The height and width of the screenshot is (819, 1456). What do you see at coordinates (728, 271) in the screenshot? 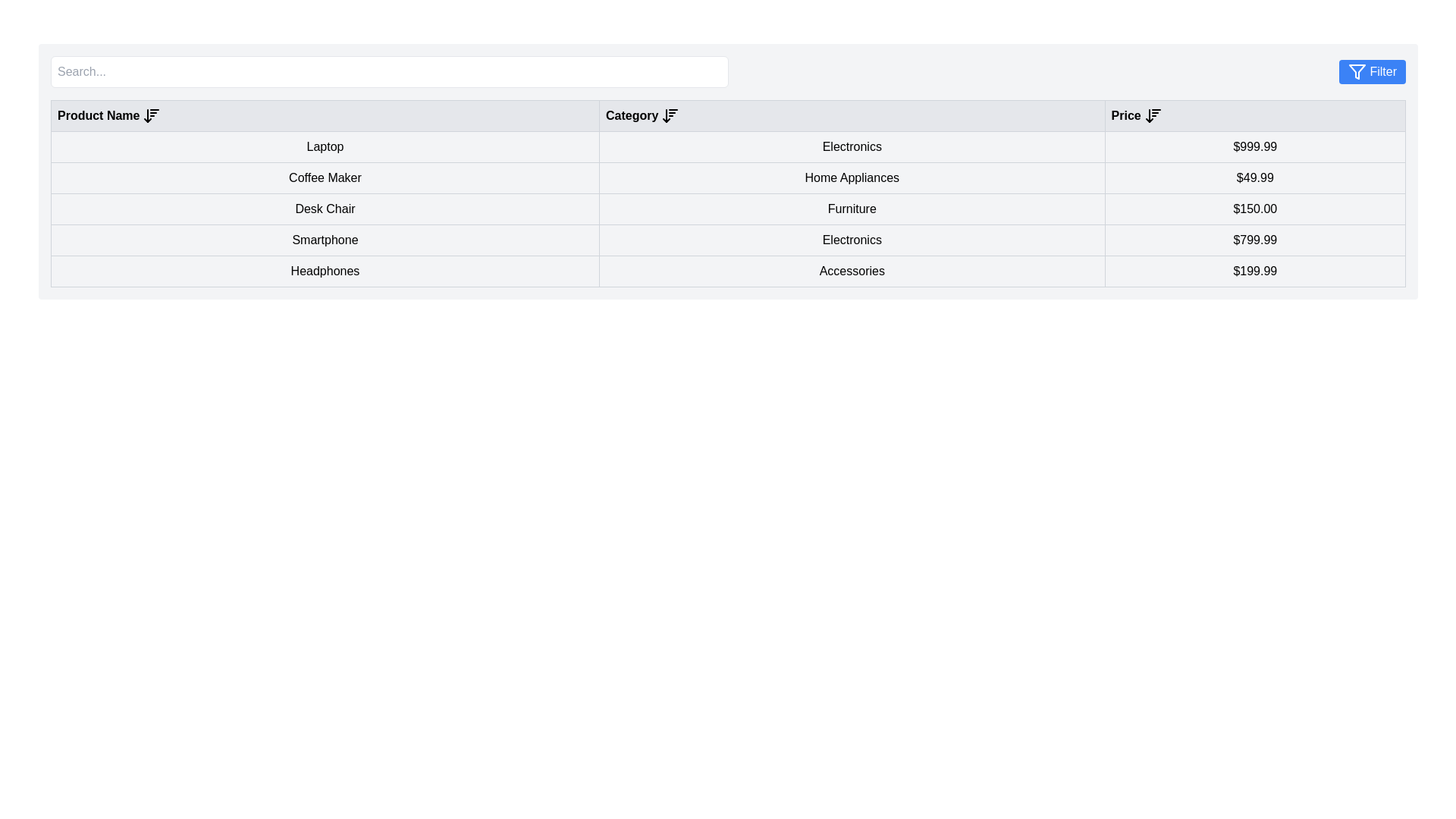
I see `the last row entry` at bounding box center [728, 271].